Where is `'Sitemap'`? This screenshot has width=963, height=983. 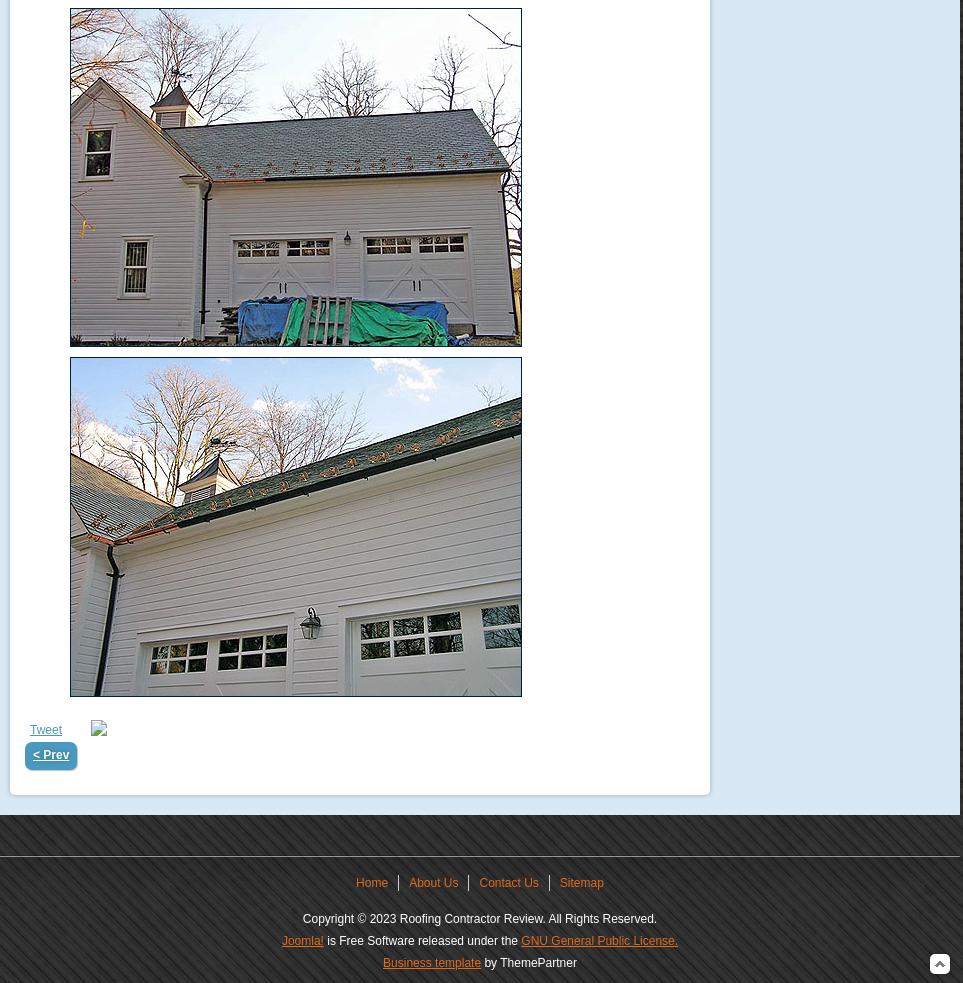
'Sitemap' is located at coordinates (580, 882).